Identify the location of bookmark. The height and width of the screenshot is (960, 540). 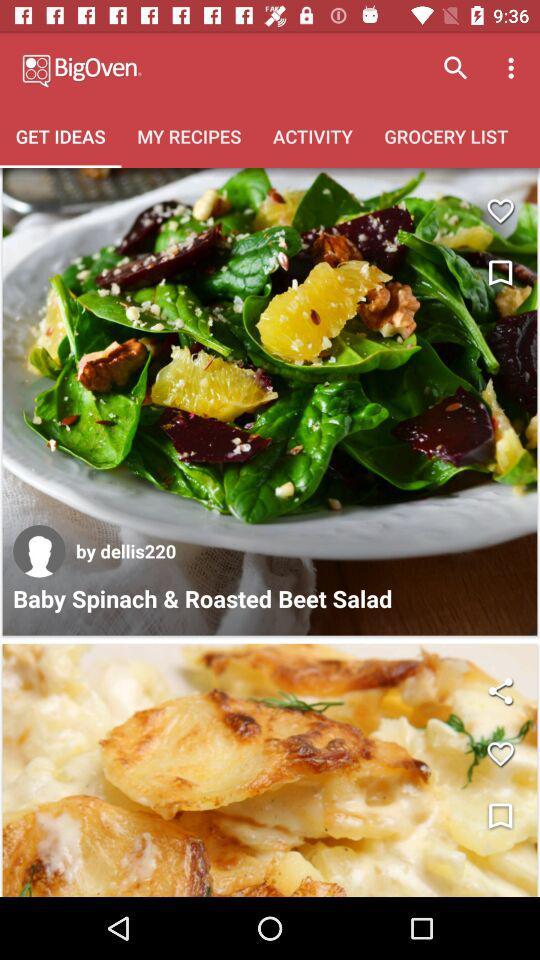
(499, 273).